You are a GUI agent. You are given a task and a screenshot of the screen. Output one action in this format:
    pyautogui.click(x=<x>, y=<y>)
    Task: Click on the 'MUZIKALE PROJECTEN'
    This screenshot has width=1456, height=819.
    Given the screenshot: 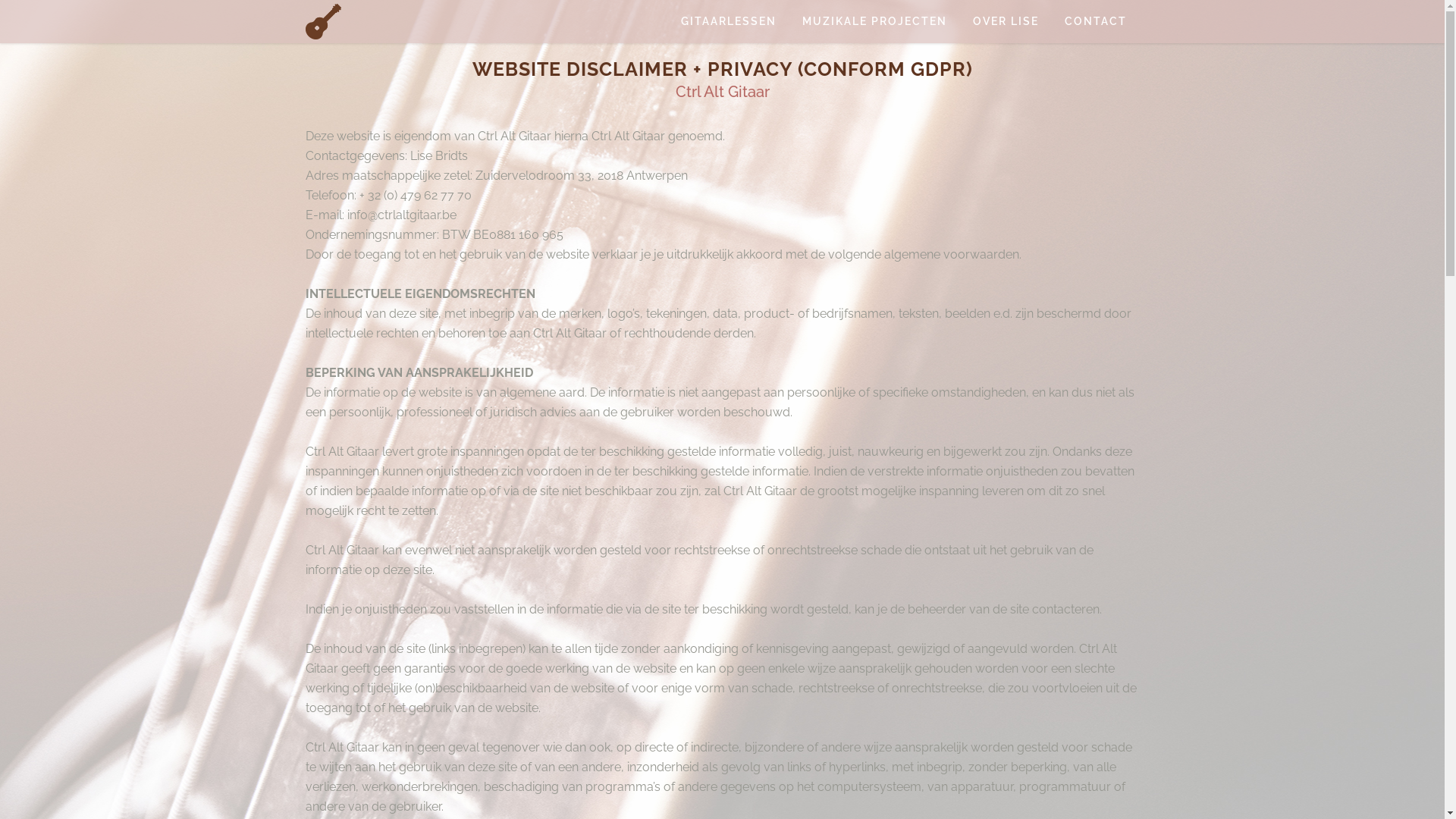 What is the action you would take?
    pyautogui.click(x=874, y=21)
    